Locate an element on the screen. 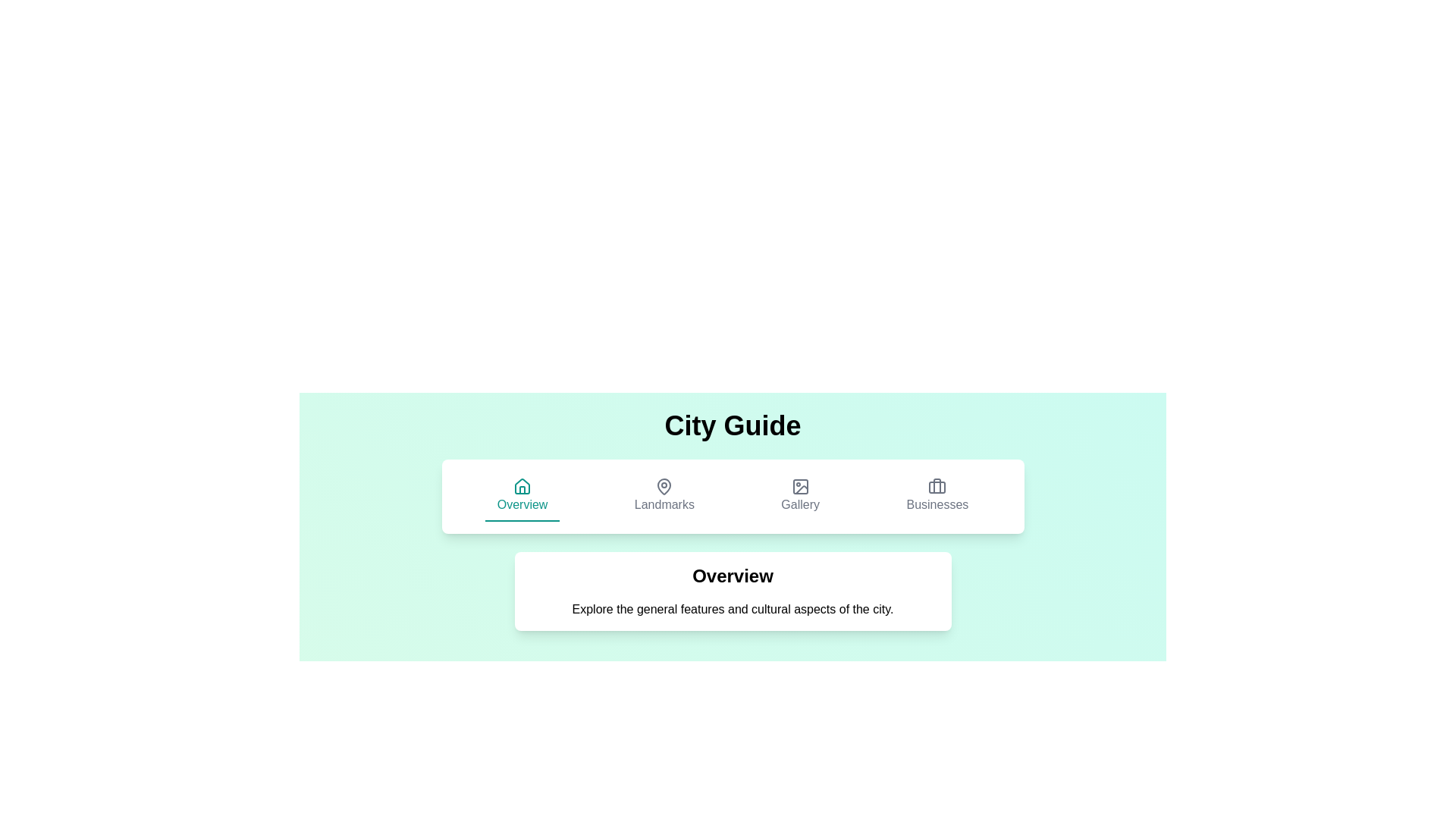 The width and height of the screenshot is (1456, 819). the 'Gallery' navigation button, which is the third tab in the 'City Guide' section, positioned between 'Landmarks' and 'Businesses' is located at coordinates (799, 497).